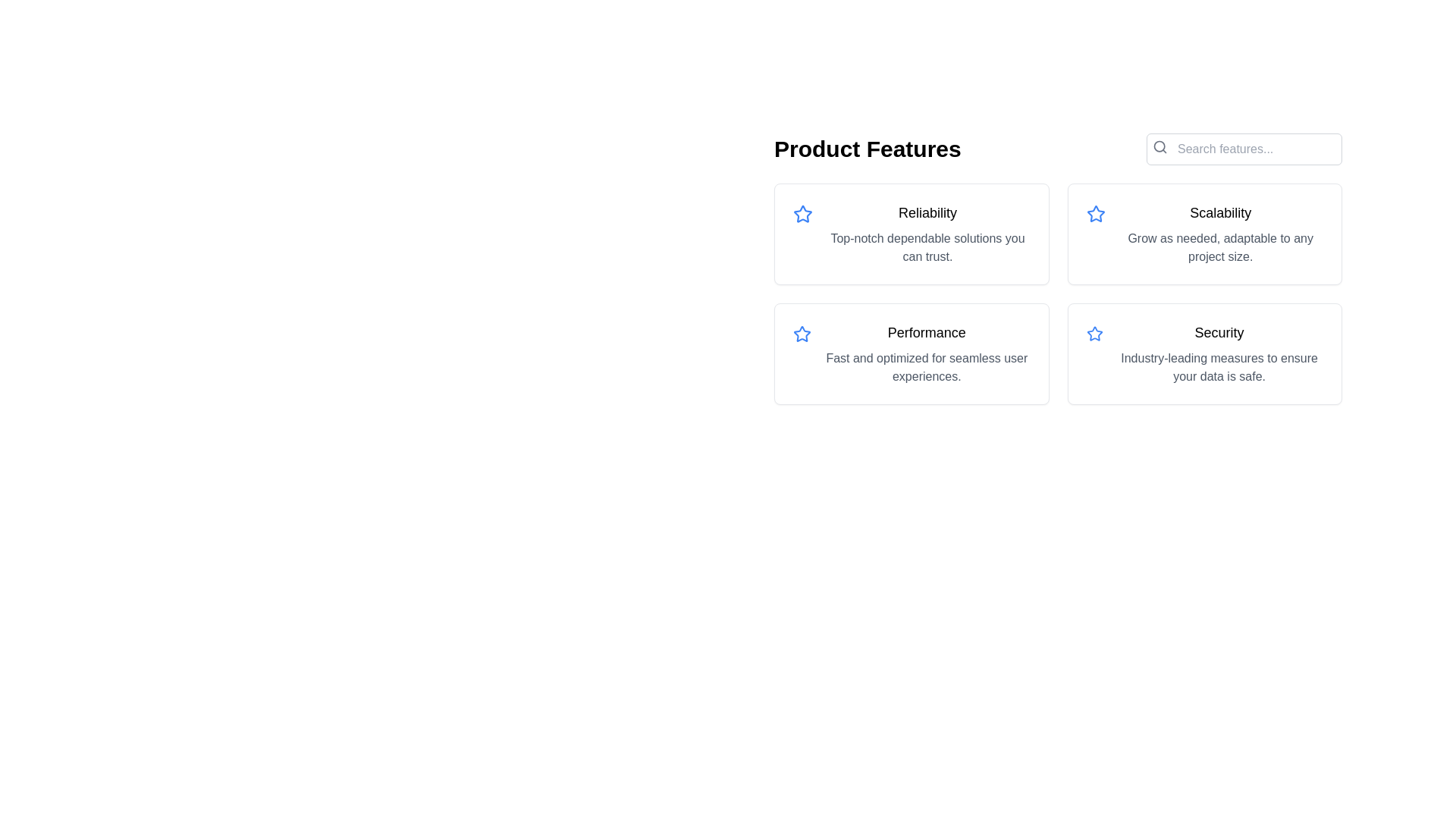 Image resolution: width=1456 pixels, height=819 pixels. I want to click on the Text element that provides information about the product feature 'Reliability', located in the upper-left quadrant of the page layout, so click(927, 234).